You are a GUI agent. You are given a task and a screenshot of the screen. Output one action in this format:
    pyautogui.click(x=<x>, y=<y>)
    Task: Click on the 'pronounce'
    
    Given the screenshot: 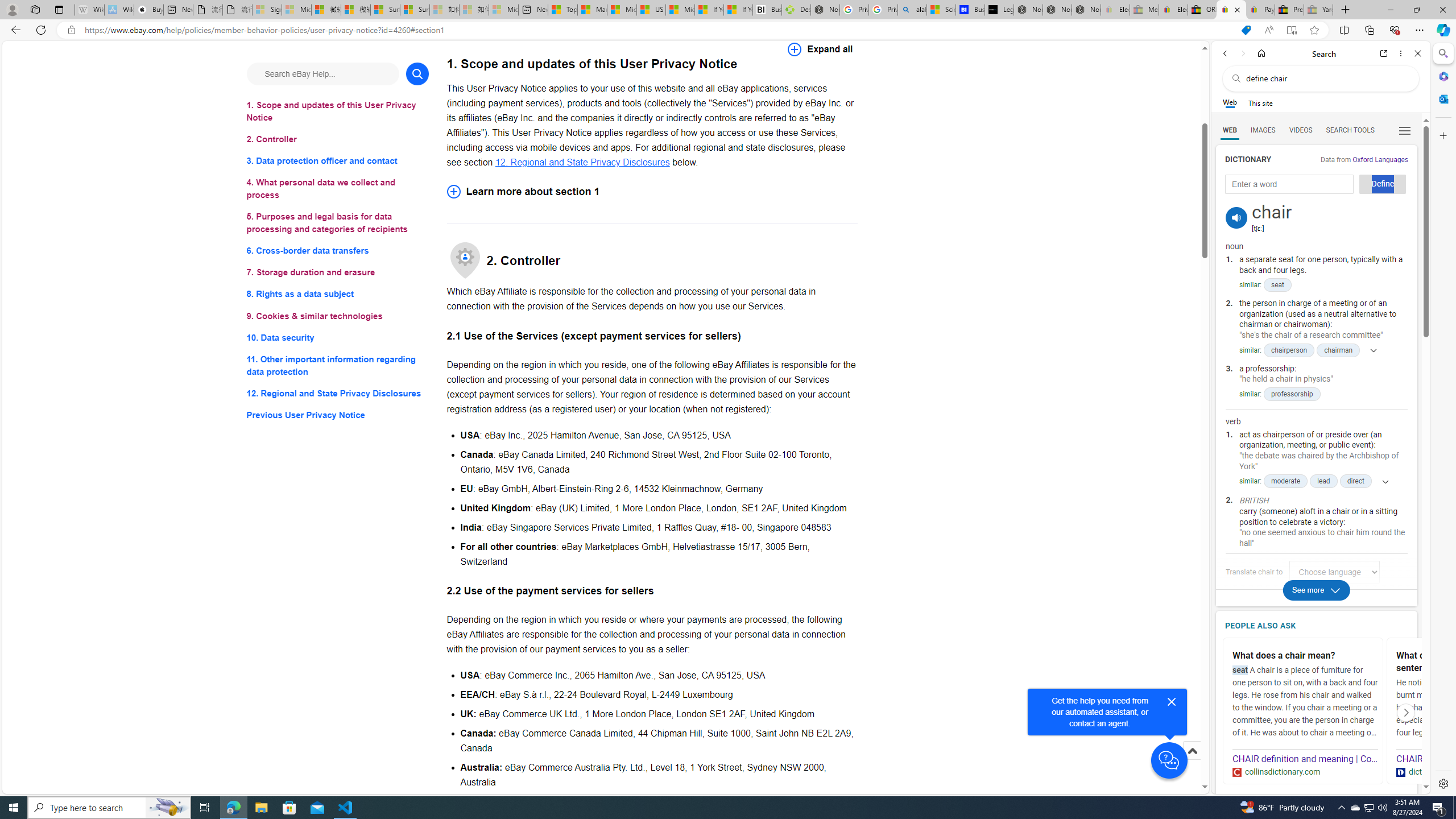 What is the action you would take?
    pyautogui.click(x=1236, y=217)
    